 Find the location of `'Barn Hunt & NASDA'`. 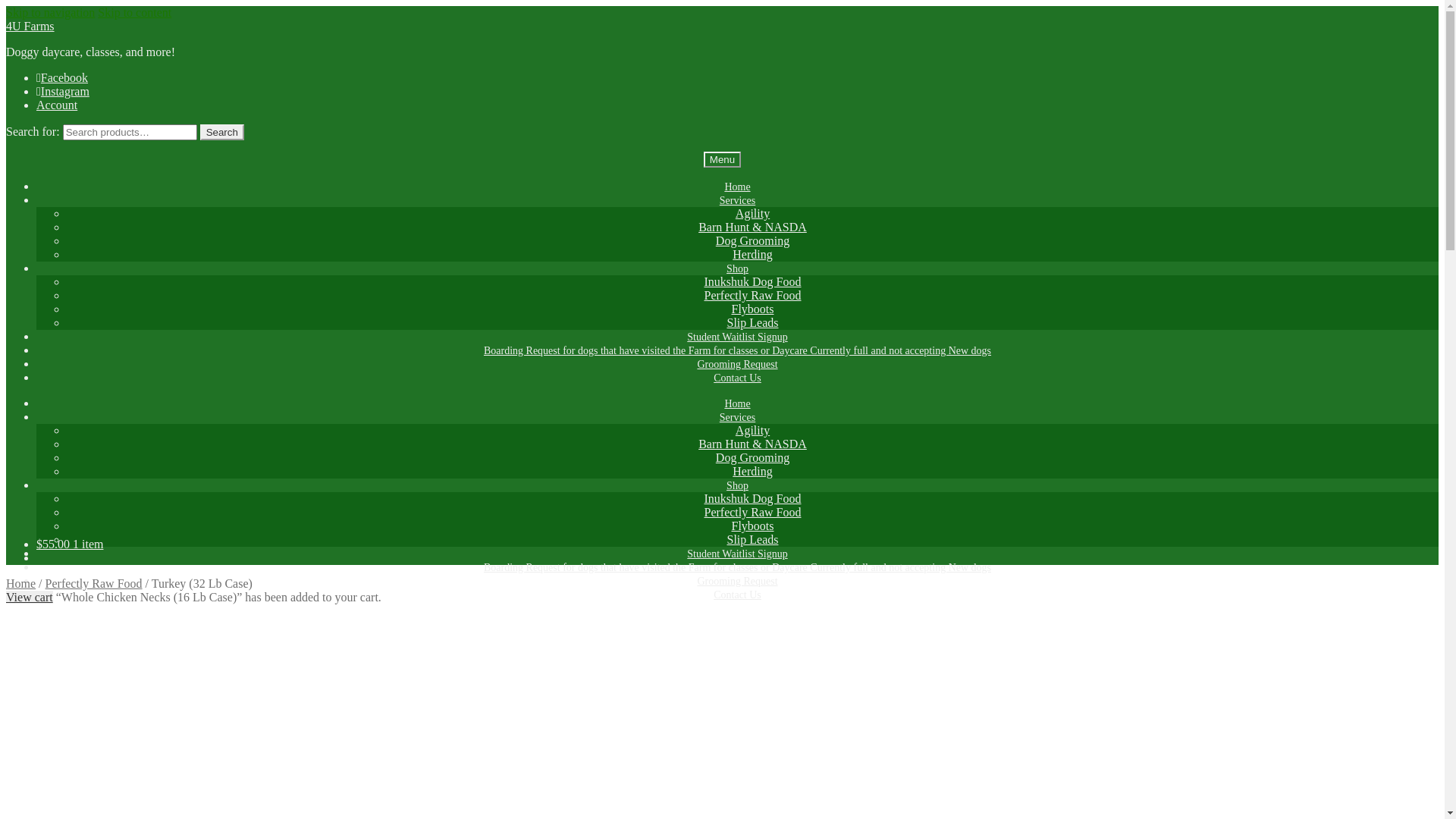

'Barn Hunt & NASDA' is located at coordinates (752, 444).